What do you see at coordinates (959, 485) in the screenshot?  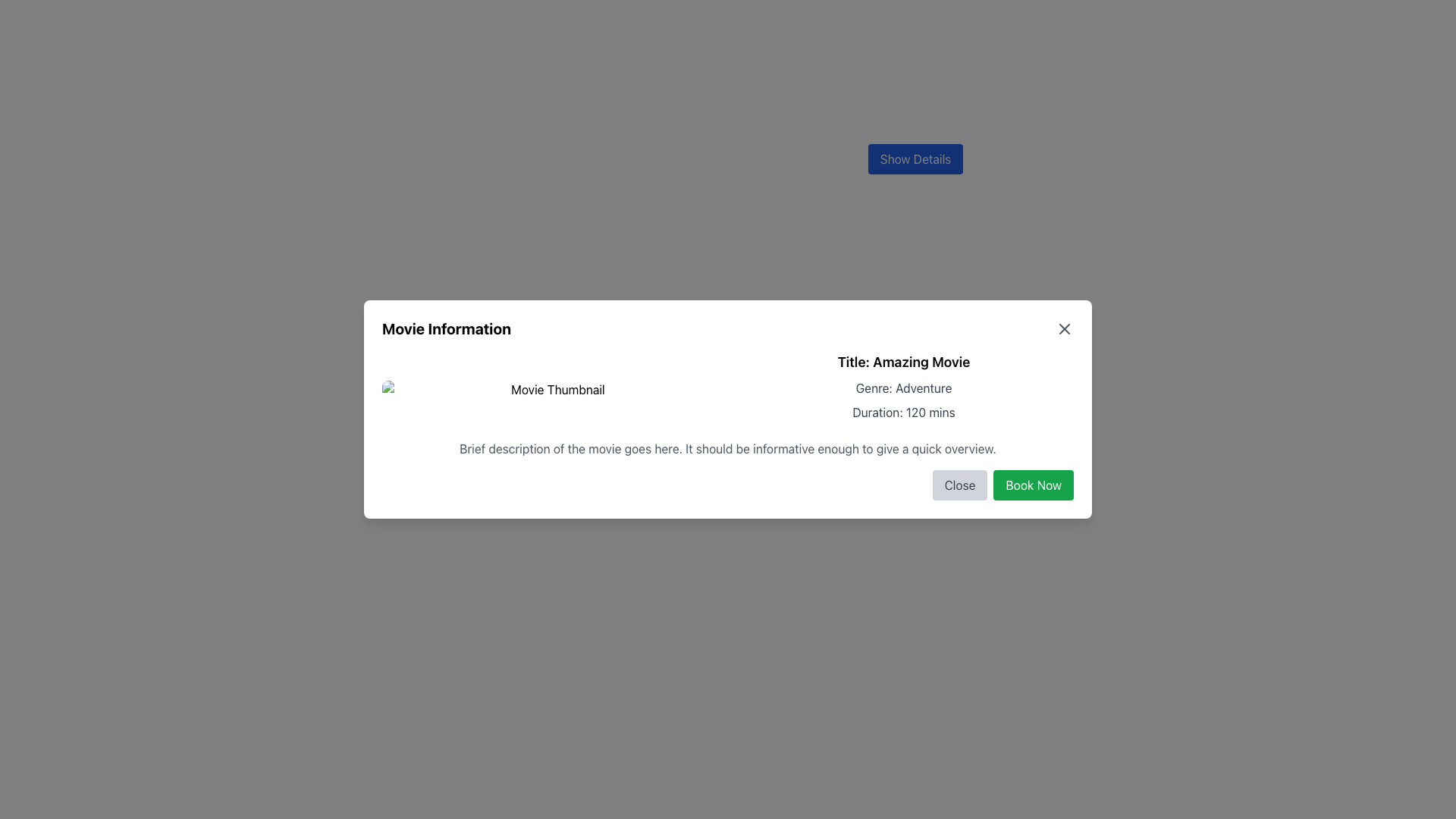 I see `the close button located at the bottom-right of the modal dialog, to the left of the 'Book Now' button` at bounding box center [959, 485].